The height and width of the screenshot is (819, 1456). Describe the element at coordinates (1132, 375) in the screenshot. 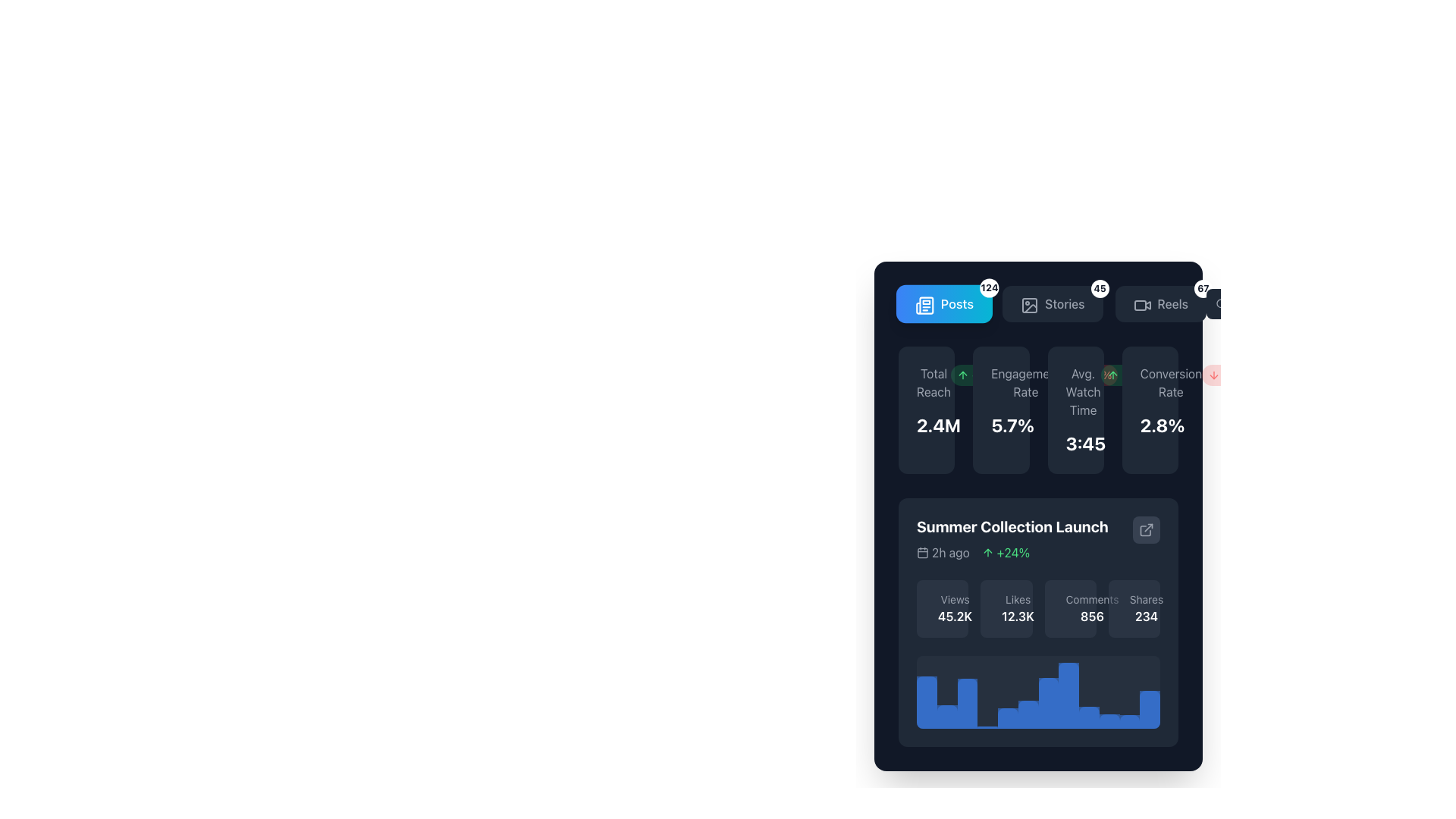

I see `the small rectangular badge with rounded corners that has a light green background and the text '+12.5%' in bold green font, indicating growth, located within the 'Avg. Watch Time' card` at that location.